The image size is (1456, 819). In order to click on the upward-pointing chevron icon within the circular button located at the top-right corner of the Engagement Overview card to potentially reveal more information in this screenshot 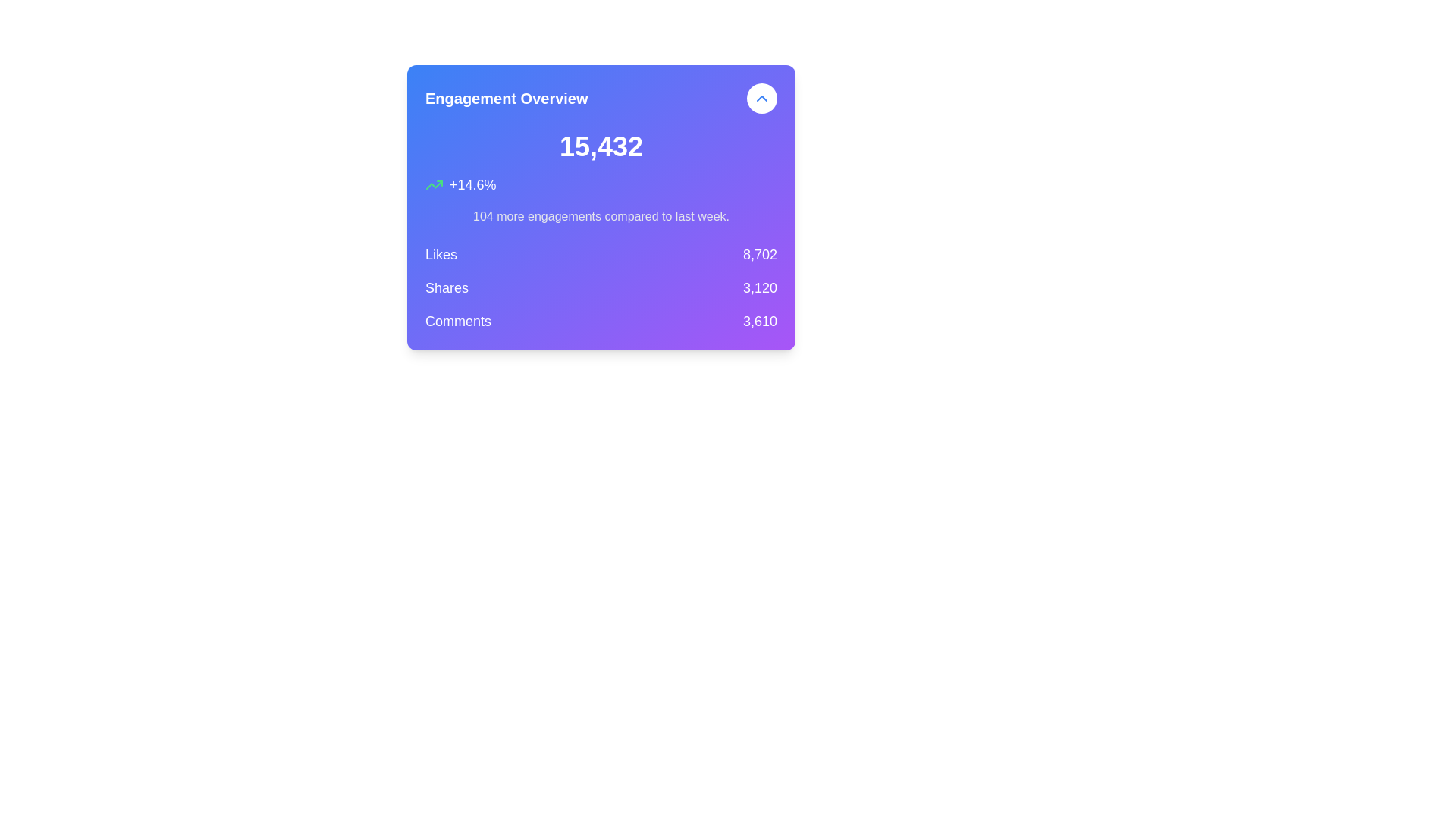, I will do `click(761, 99)`.